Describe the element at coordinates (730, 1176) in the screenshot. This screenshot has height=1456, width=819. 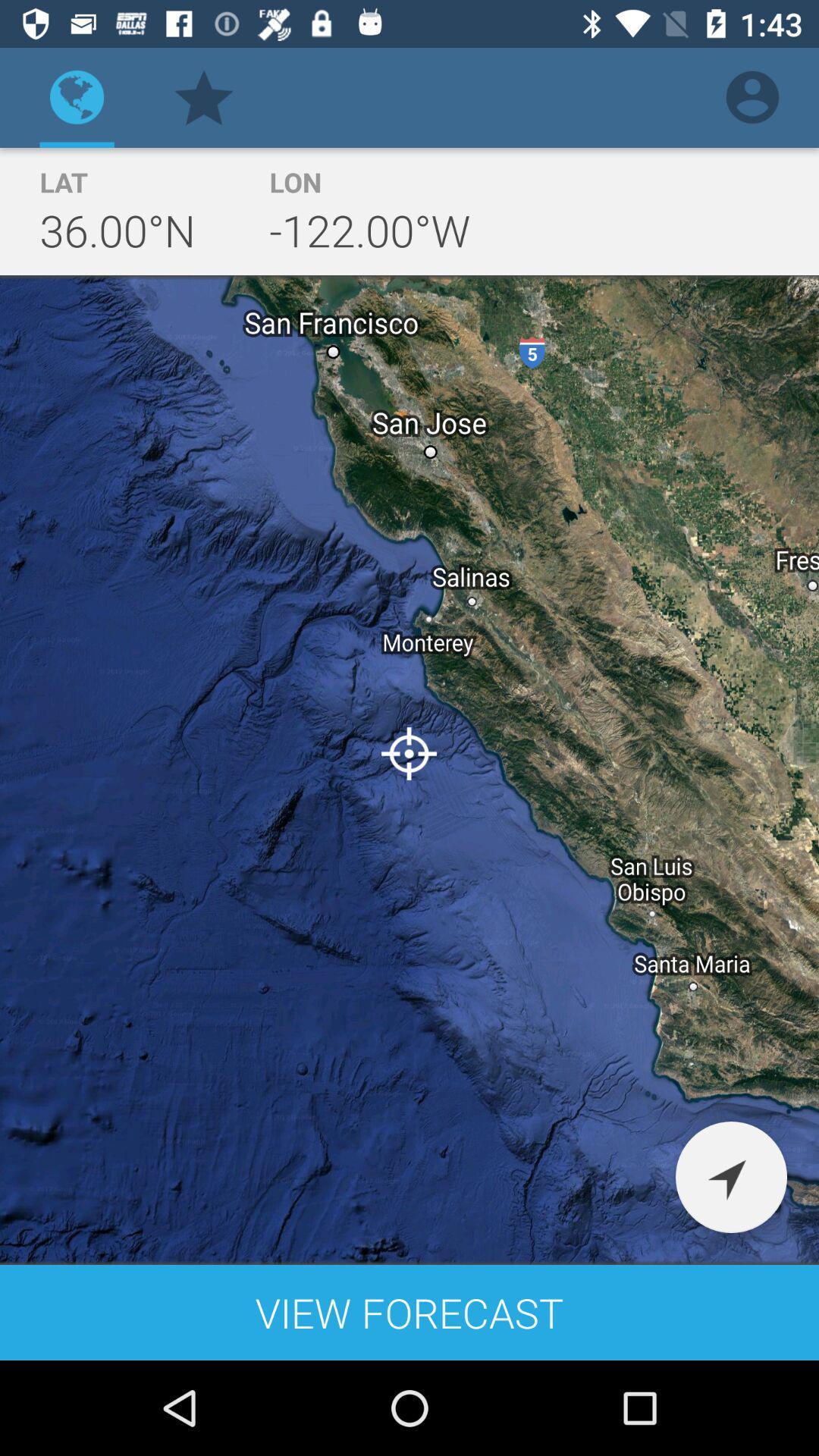
I see `the navigation icon` at that location.